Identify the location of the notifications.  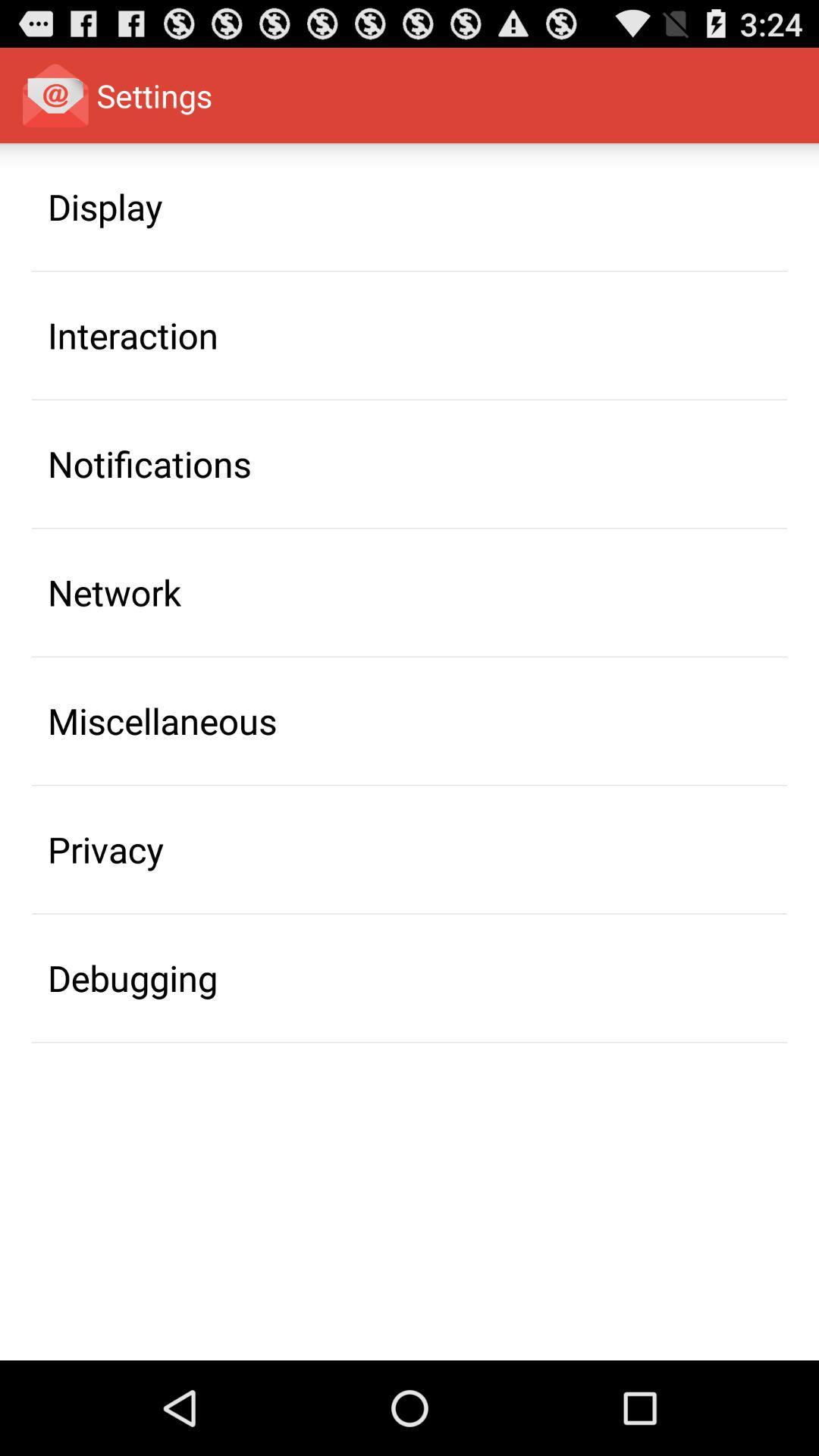
(149, 463).